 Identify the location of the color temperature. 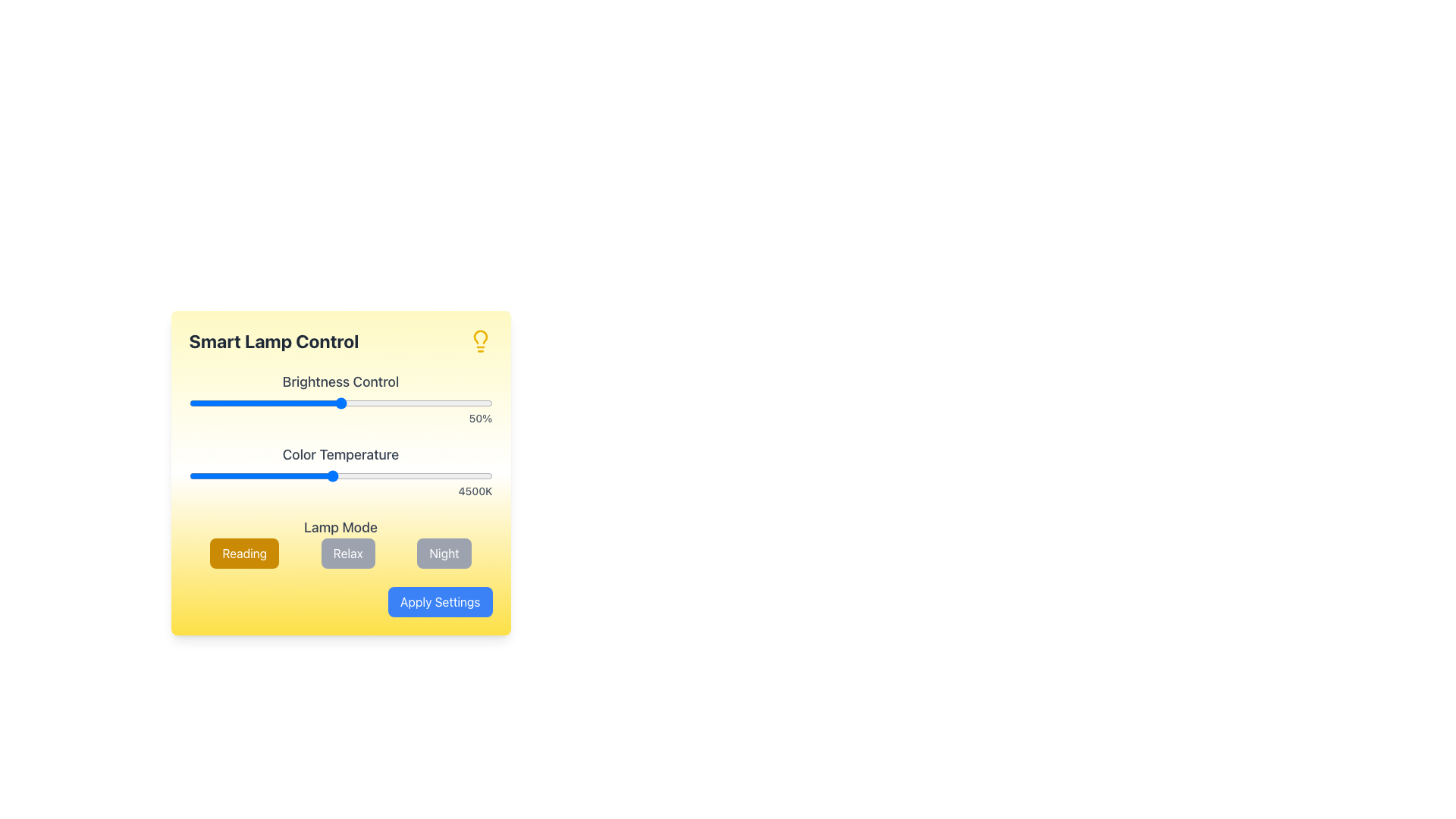
(377, 475).